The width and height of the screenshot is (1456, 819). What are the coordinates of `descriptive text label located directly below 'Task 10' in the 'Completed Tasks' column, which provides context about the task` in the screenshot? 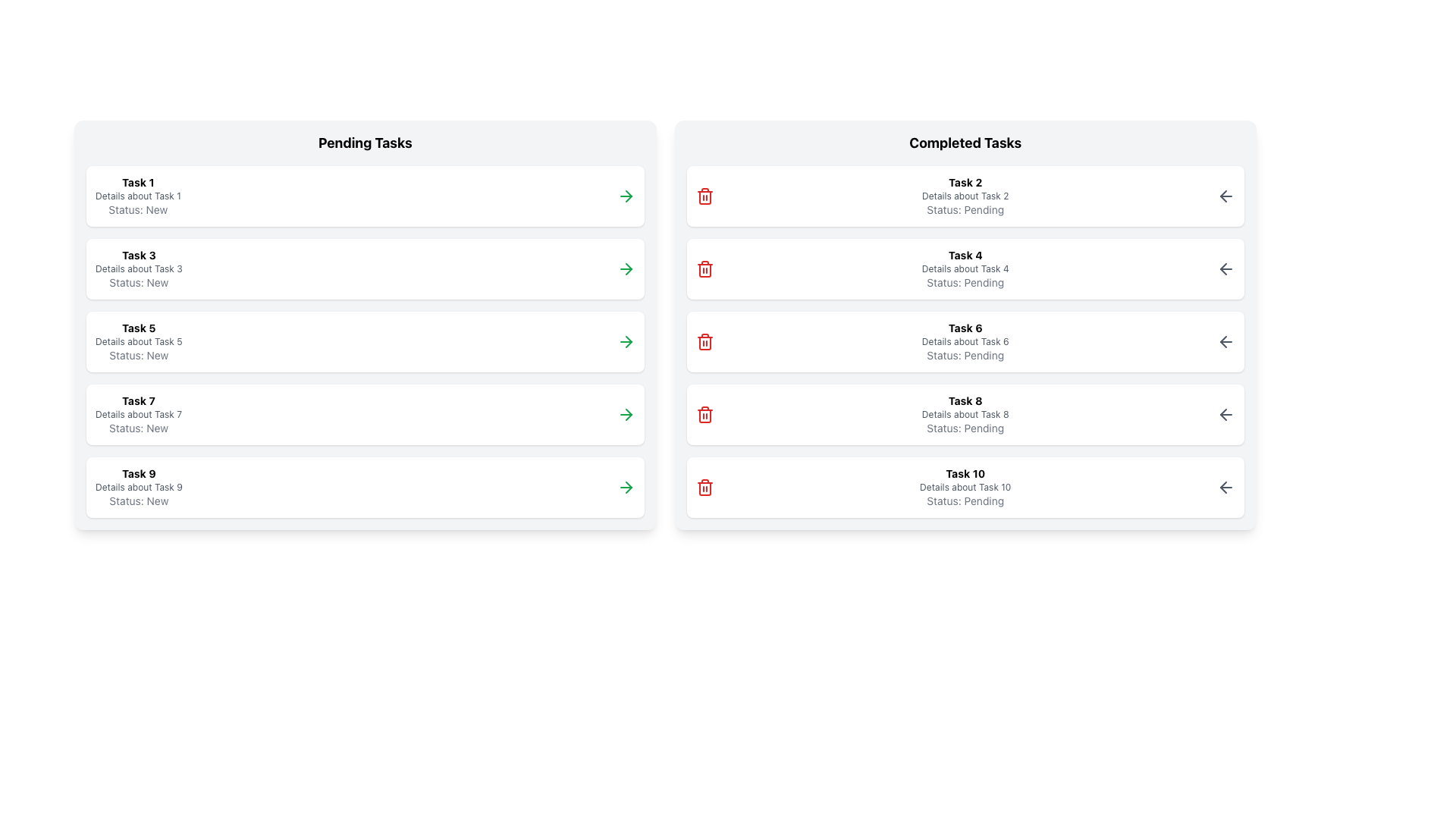 It's located at (965, 488).